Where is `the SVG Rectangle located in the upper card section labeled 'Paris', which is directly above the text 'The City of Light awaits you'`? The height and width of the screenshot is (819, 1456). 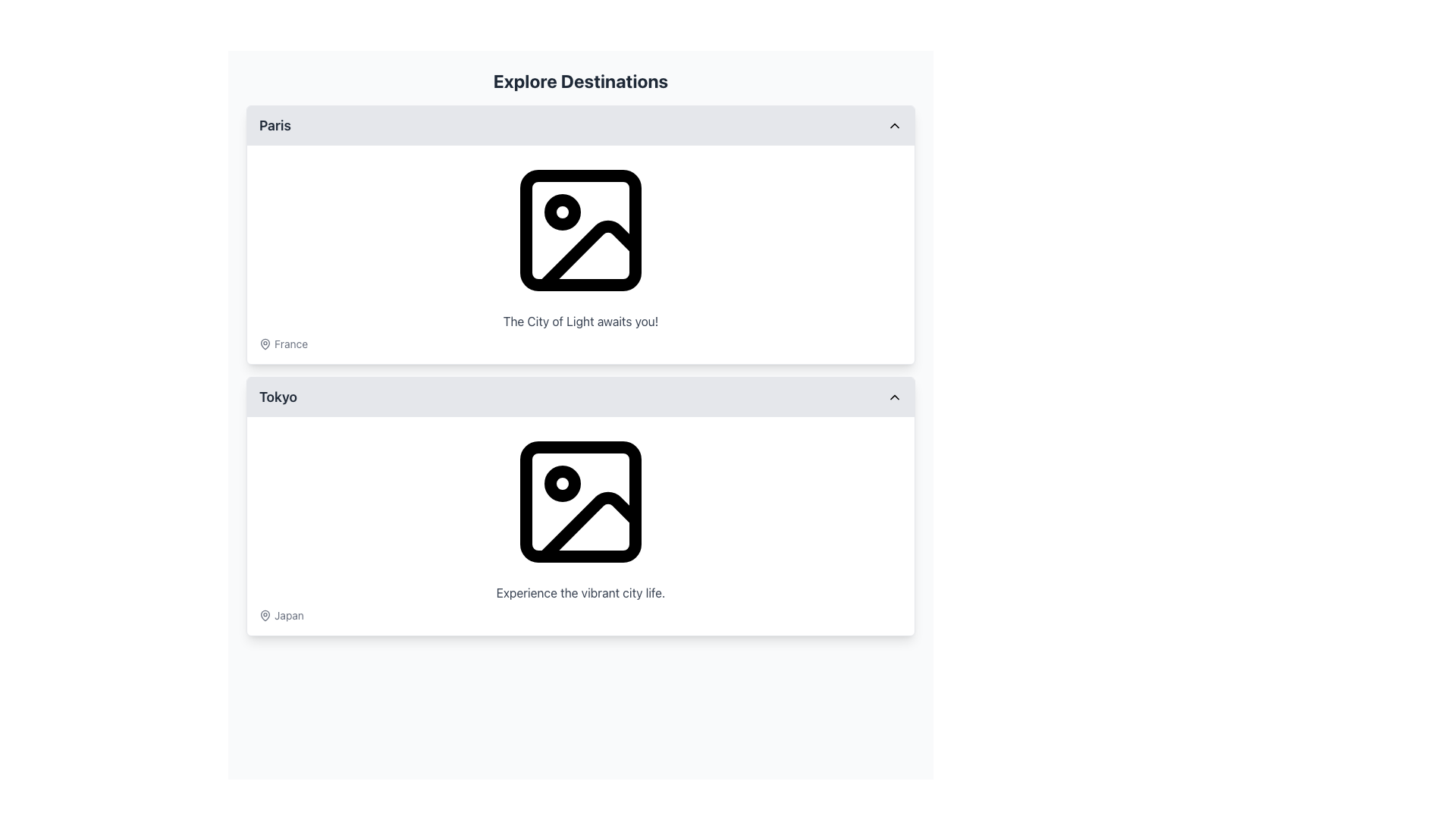
the SVG Rectangle located in the upper card section labeled 'Paris', which is directly above the text 'The City of Light awaits you' is located at coordinates (580, 231).